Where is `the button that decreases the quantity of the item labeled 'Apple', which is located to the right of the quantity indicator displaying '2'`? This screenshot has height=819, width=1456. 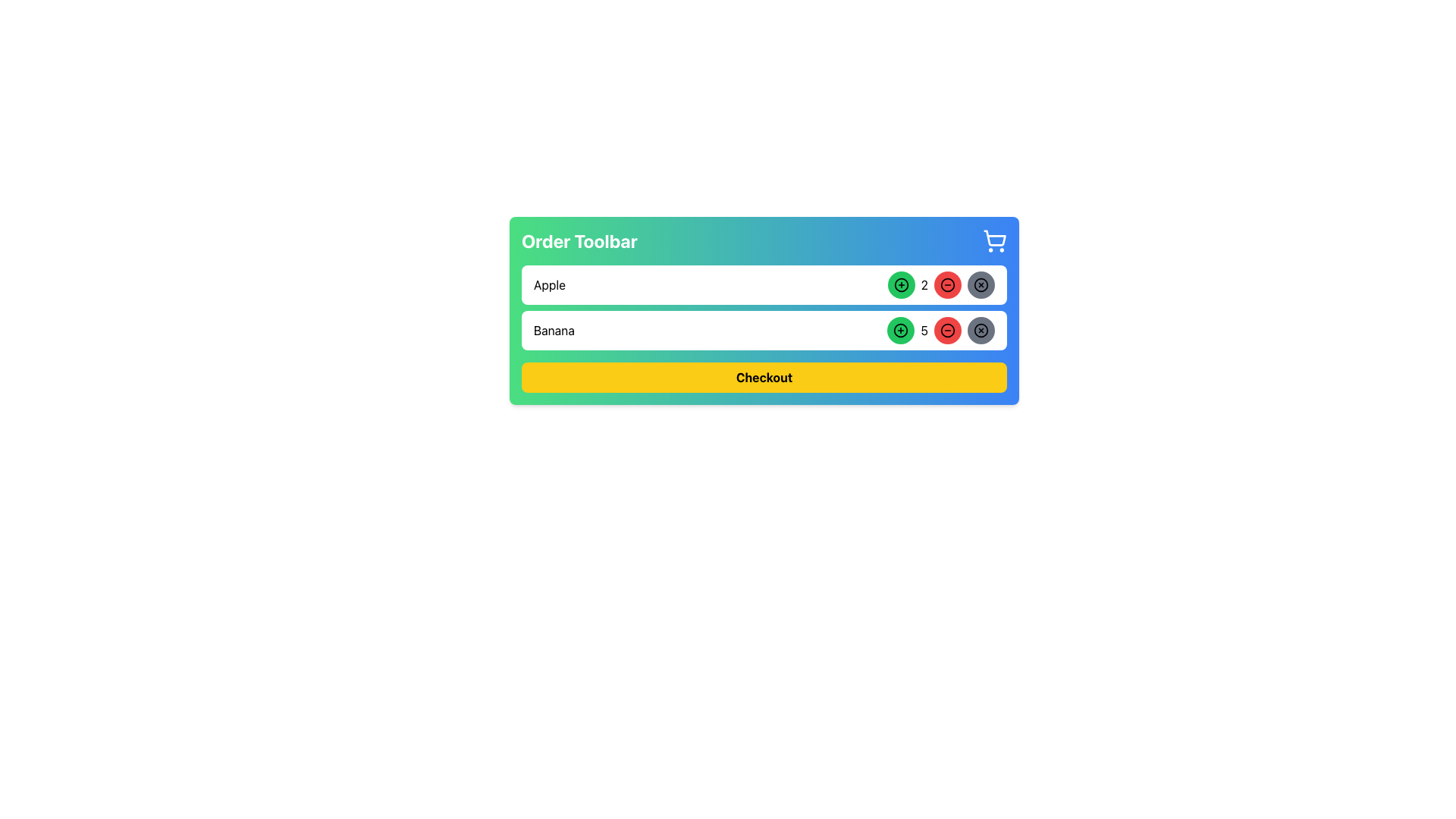
the button that decreases the quantity of the item labeled 'Apple', which is located to the right of the quantity indicator displaying '2' is located at coordinates (946, 284).